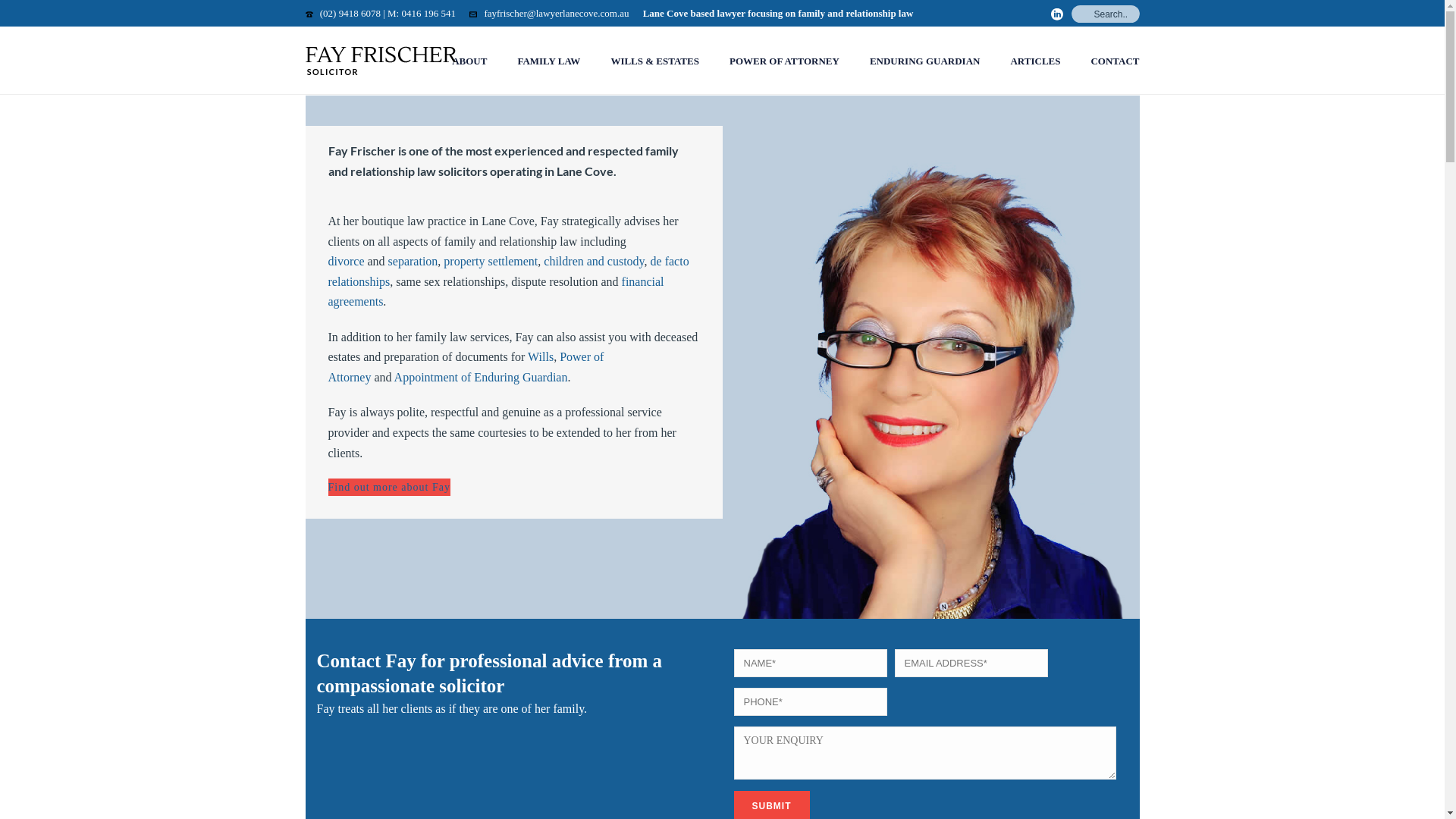 The height and width of the screenshot is (819, 1456). What do you see at coordinates (1114, 61) in the screenshot?
I see `'CONTACT'` at bounding box center [1114, 61].